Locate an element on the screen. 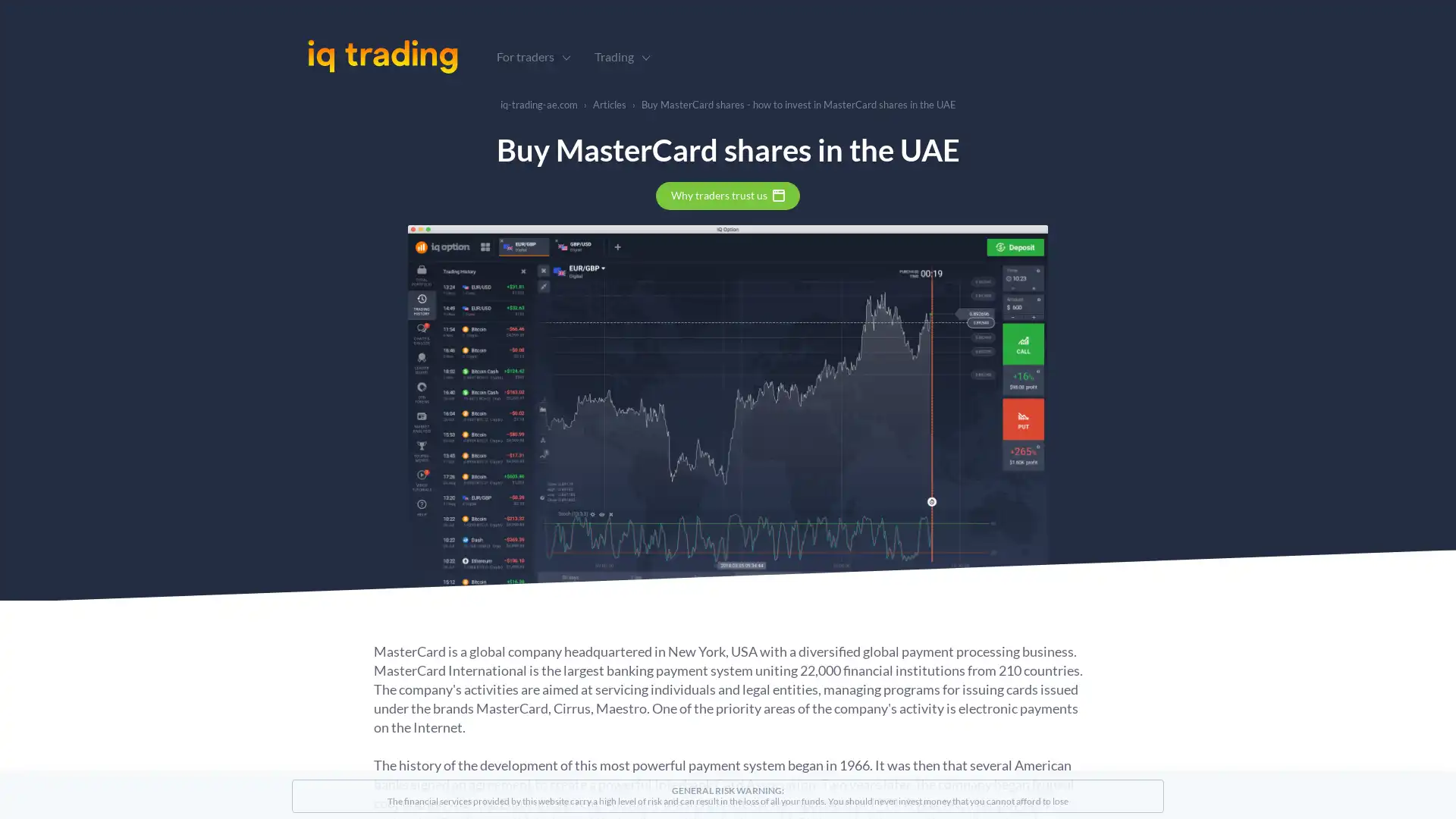  Why traders trust us is located at coordinates (728, 195).